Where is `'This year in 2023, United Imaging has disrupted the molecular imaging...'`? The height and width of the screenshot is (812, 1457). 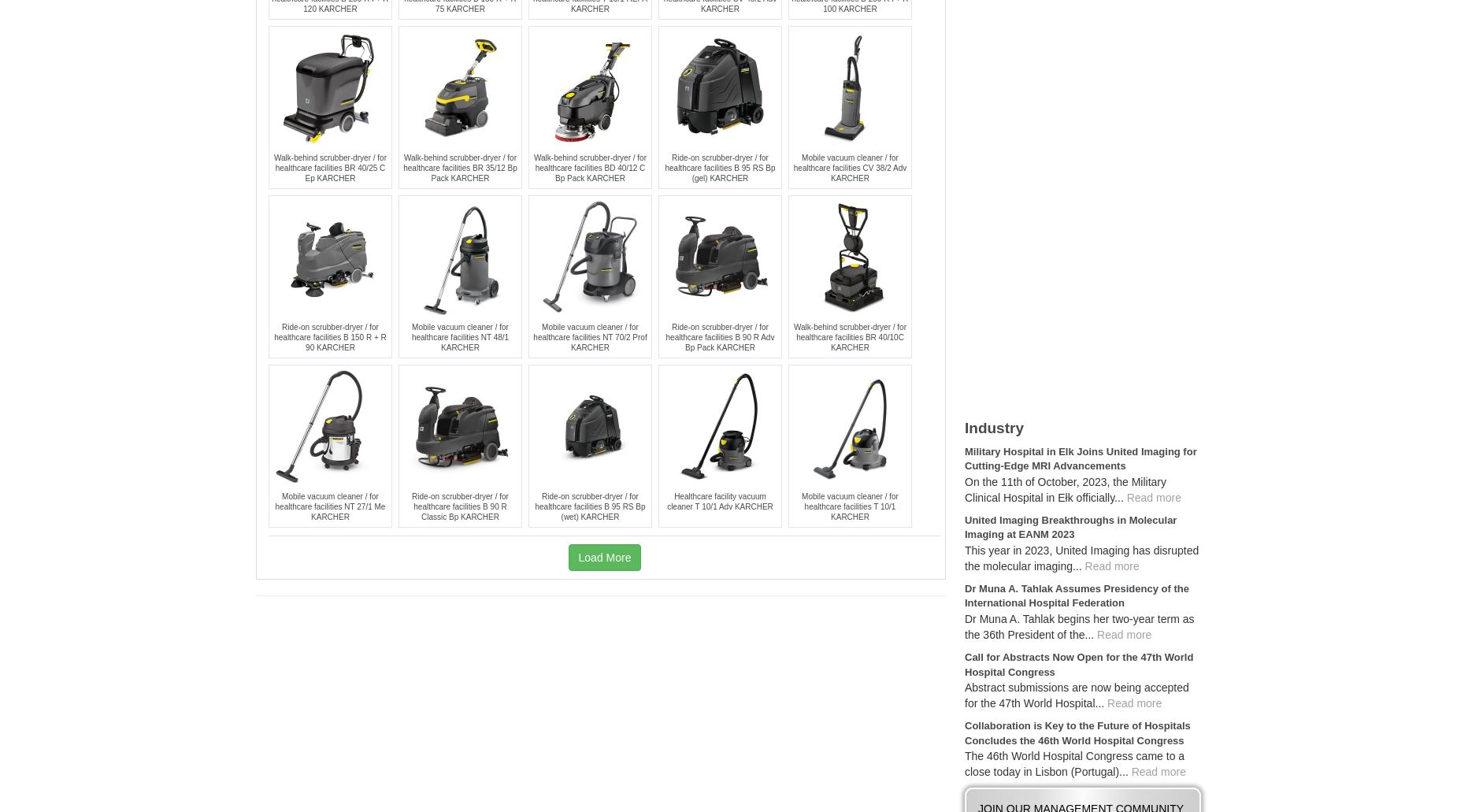
'This year in 2023, United Imaging has disrupted the molecular imaging...' is located at coordinates (1081, 557).